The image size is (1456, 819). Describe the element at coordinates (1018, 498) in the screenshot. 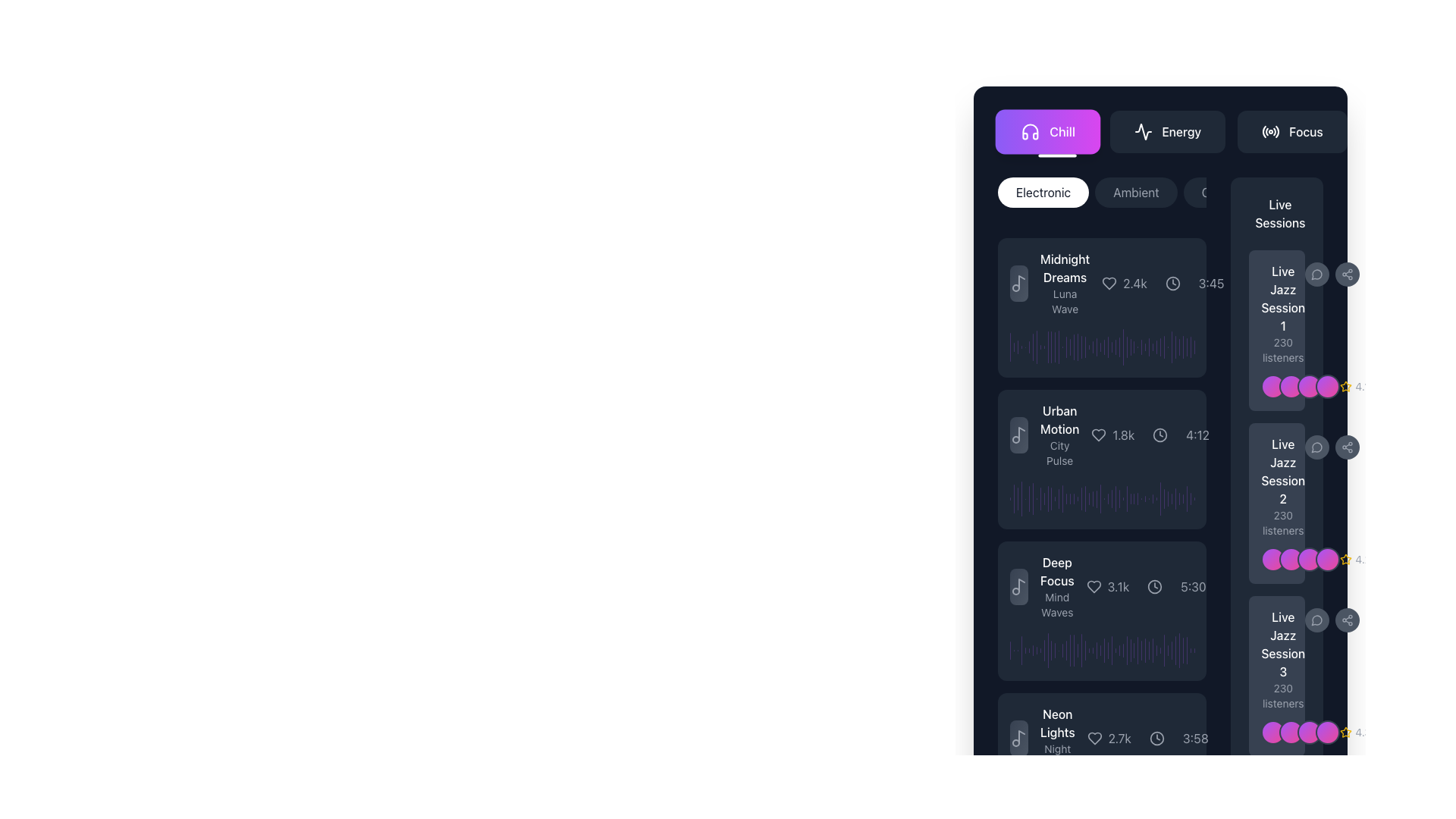

I see `the third vertical bar in the sequence of graphical indicators, which represents a data value` at that location.